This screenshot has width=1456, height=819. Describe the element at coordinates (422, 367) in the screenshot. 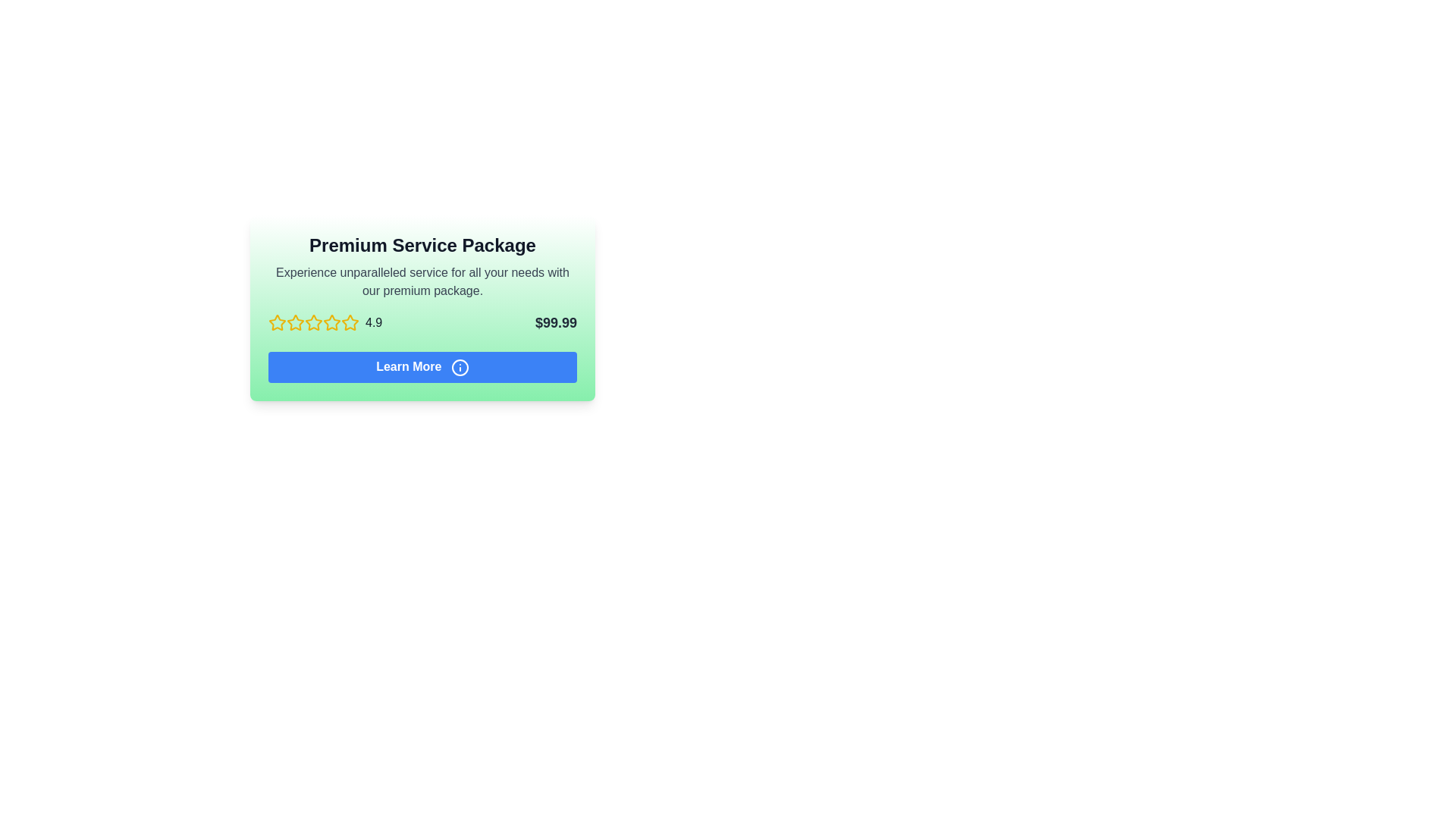

I see `the wide rectangular button with a blue background and white text 'Learn More' to trigger visual feedback` at that location.